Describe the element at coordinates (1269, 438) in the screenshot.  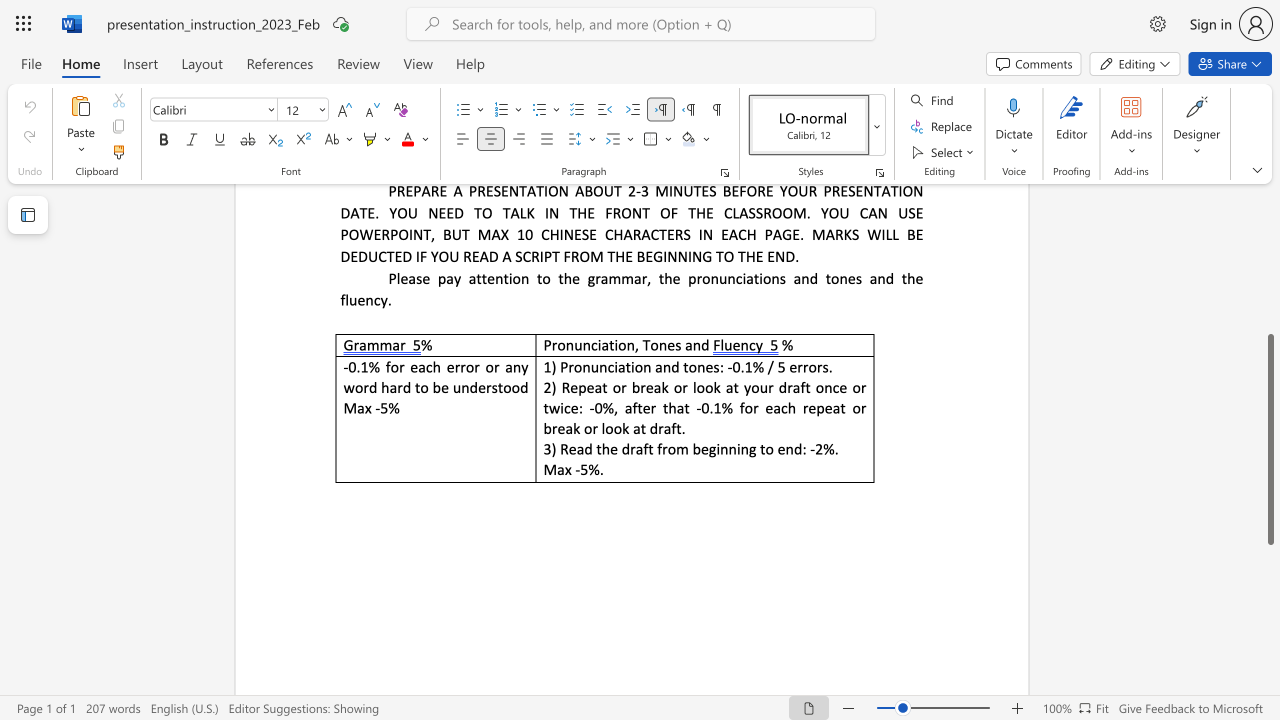
I see `the scrollbar and move up 40 pixels` at that location.